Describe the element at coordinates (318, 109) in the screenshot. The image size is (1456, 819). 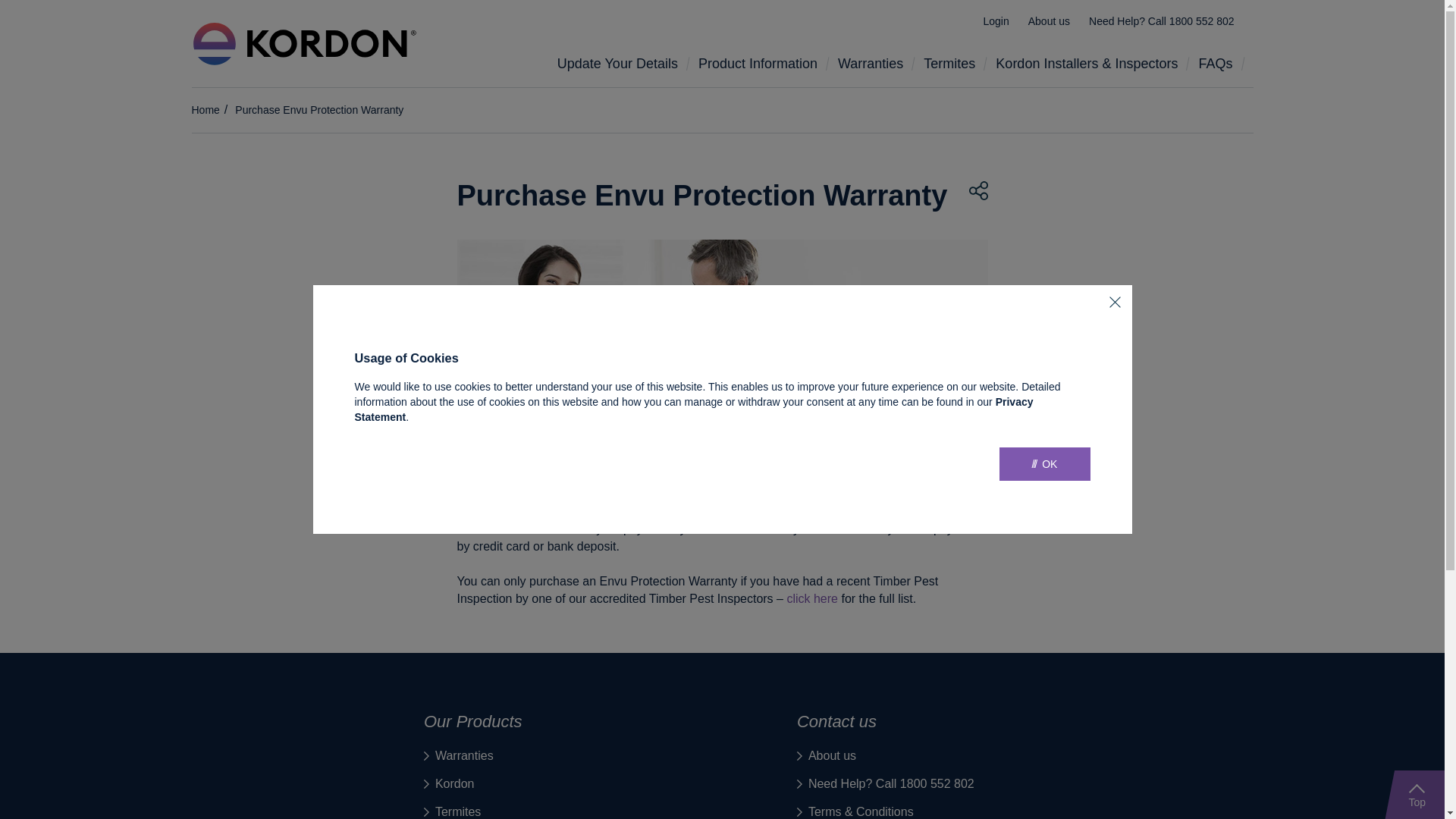
I see `'Purchase Envu Protection Warranty'` at that location.